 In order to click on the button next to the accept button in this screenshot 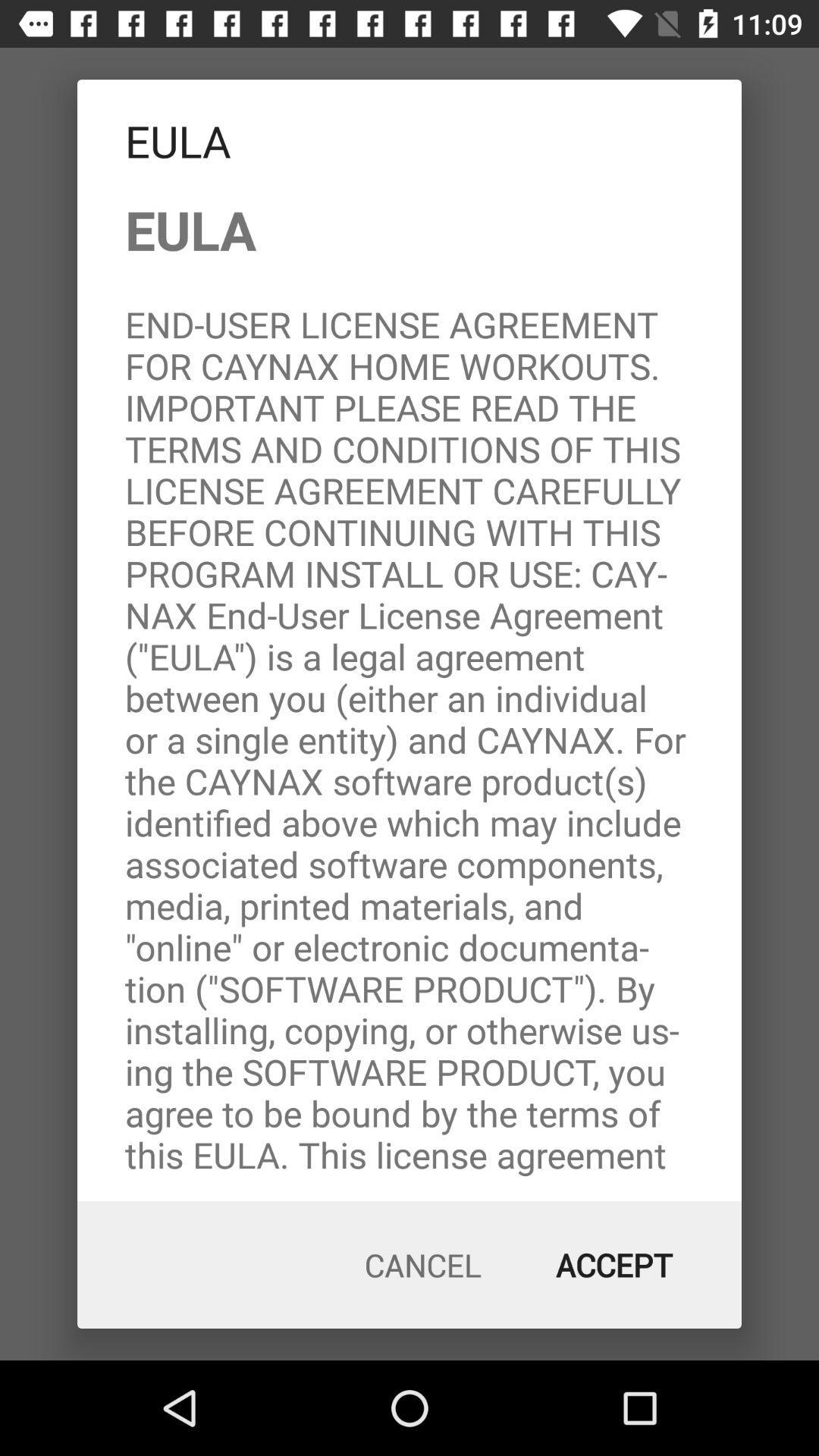, I will do `click(423, 1265)`.